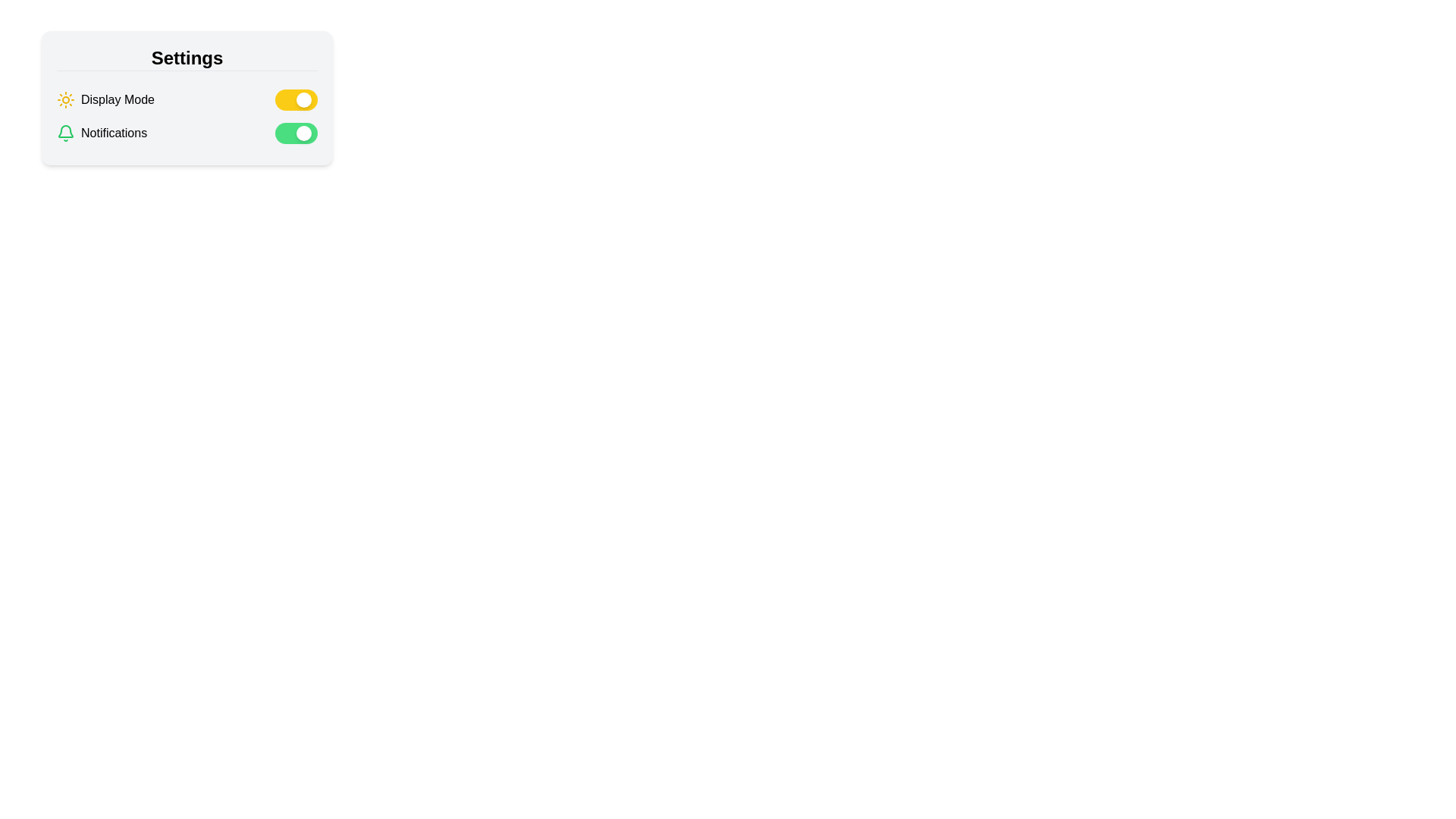 This screenshot has height=819, width=1456. Describe the element at coordinates (303, 133) in the screenshot. I see `the toggle handle for the 'Notifications' setting` at that location.